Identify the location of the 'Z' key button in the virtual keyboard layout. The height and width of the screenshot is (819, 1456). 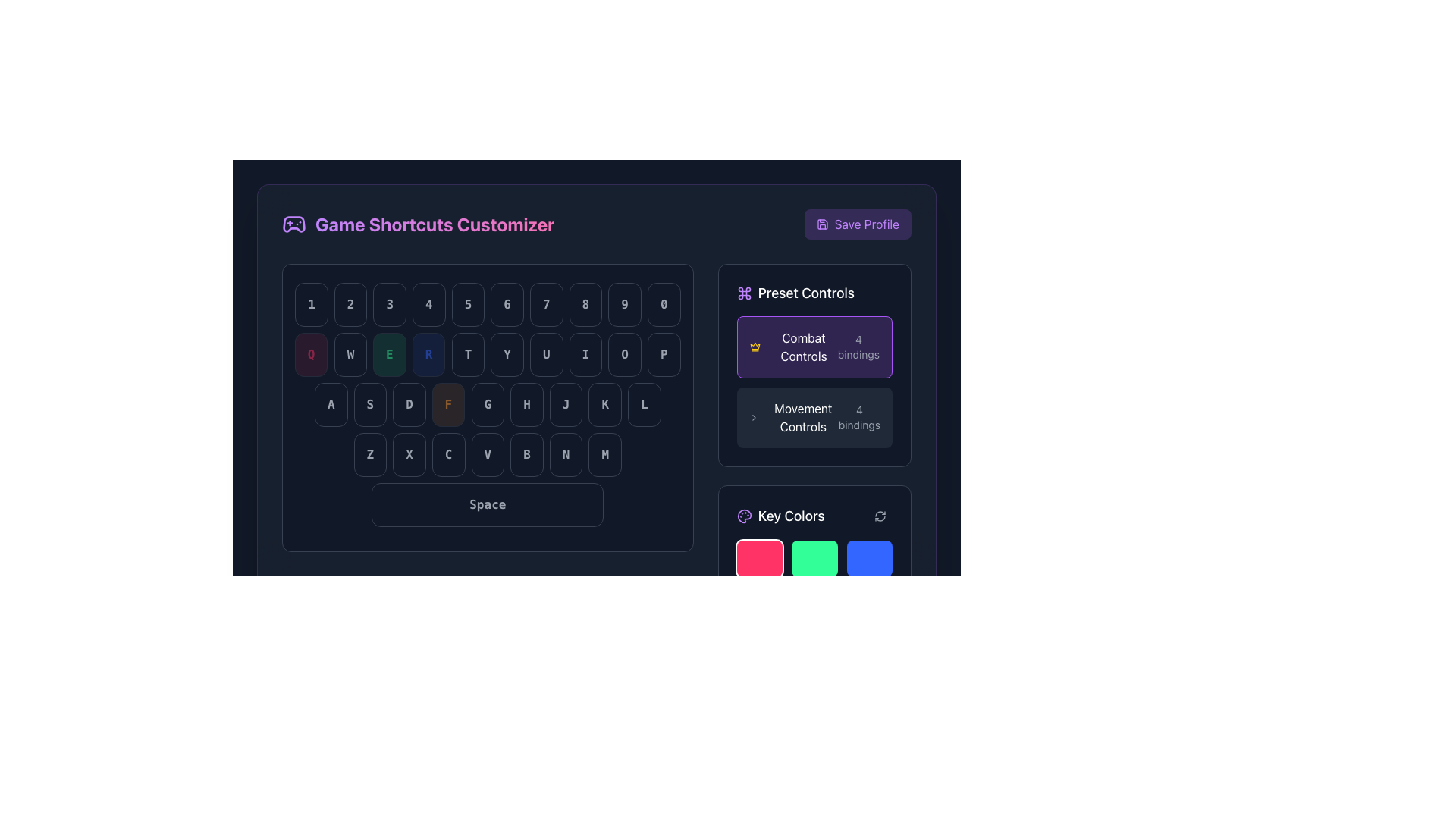
(370, 454).